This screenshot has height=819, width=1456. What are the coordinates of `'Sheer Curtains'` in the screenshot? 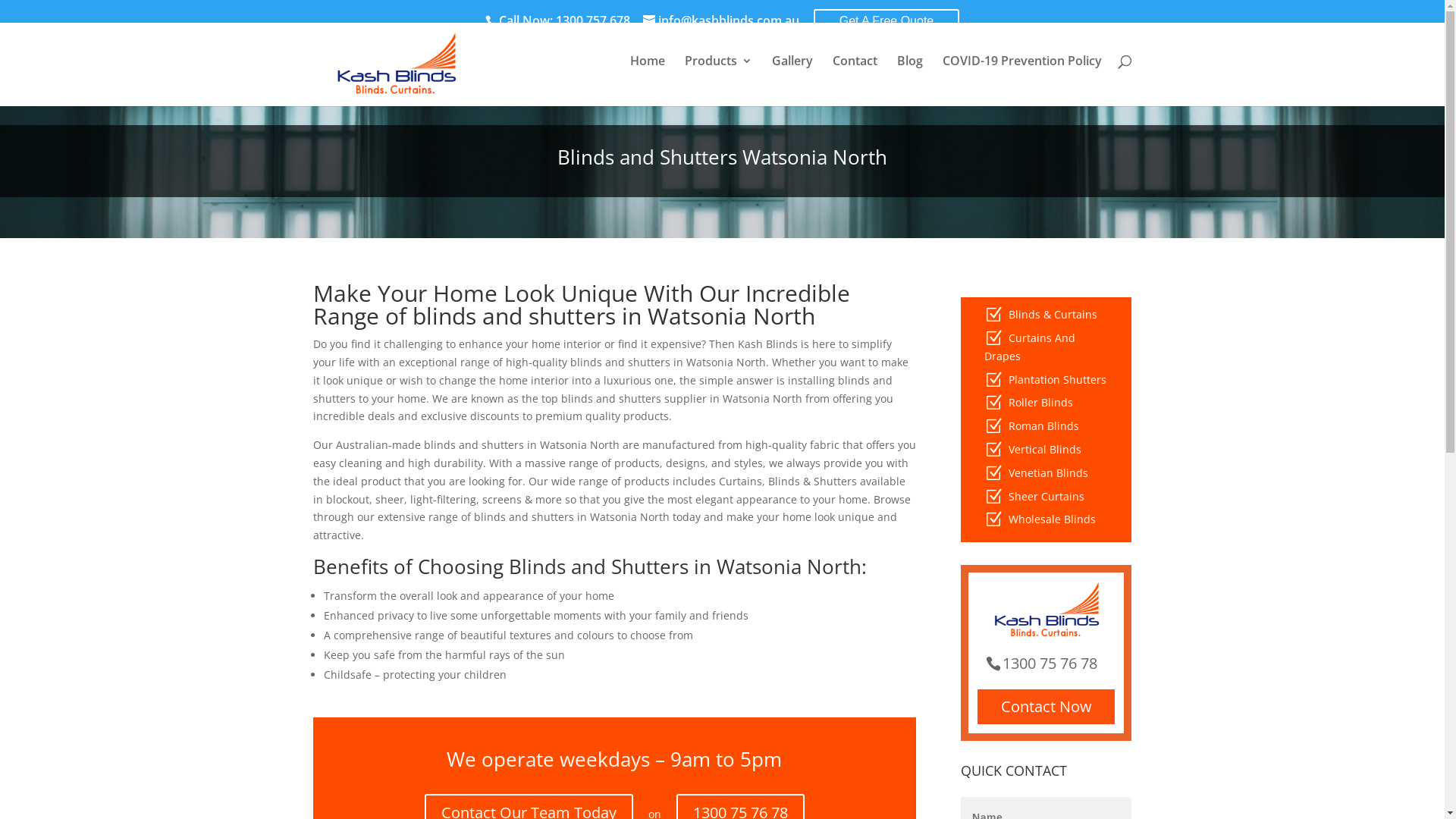 It's located at (1008, 496).